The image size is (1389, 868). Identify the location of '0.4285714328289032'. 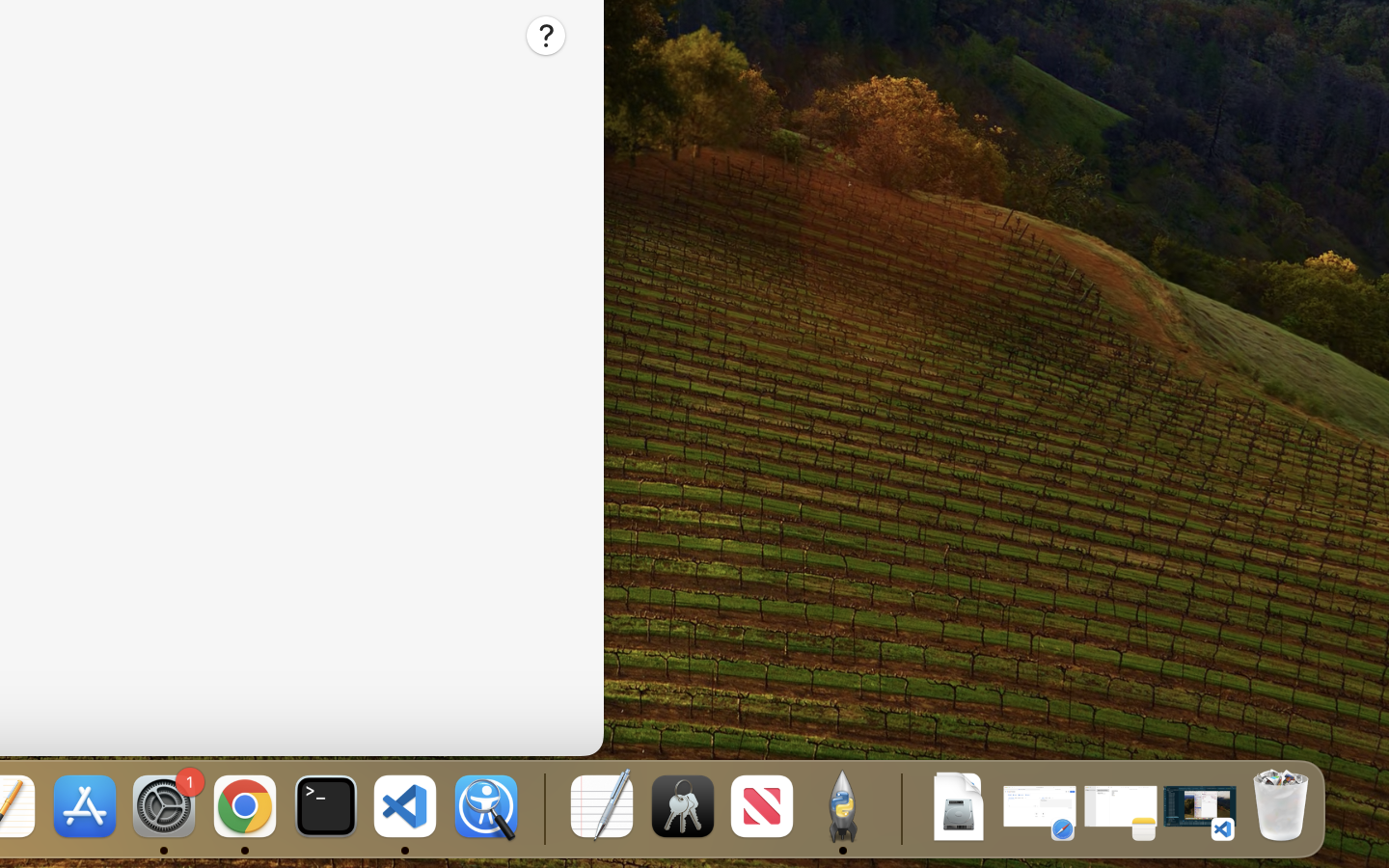
(542, 807).